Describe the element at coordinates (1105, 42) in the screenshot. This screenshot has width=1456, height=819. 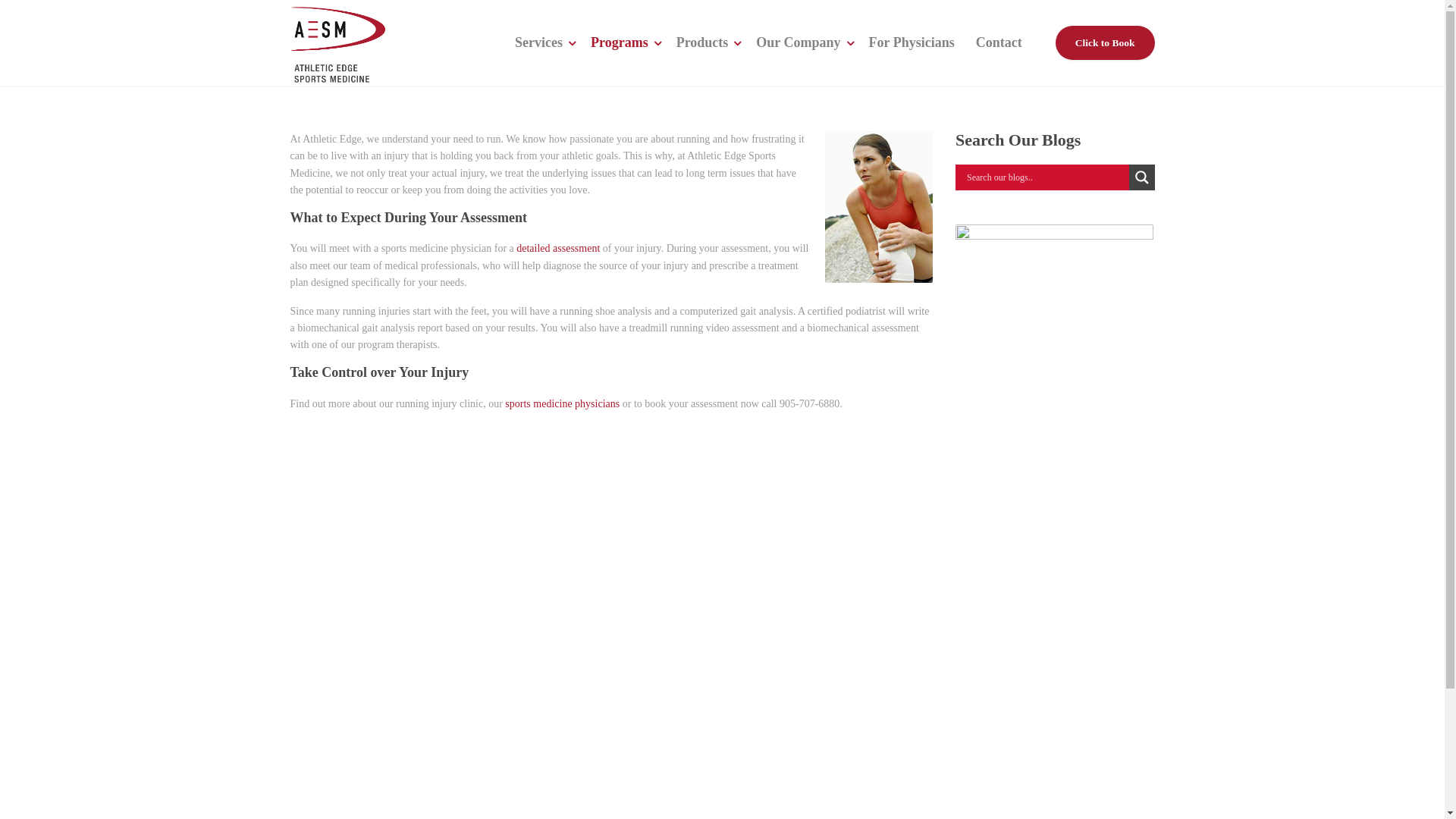
I see `'Click to Book'` at that location.